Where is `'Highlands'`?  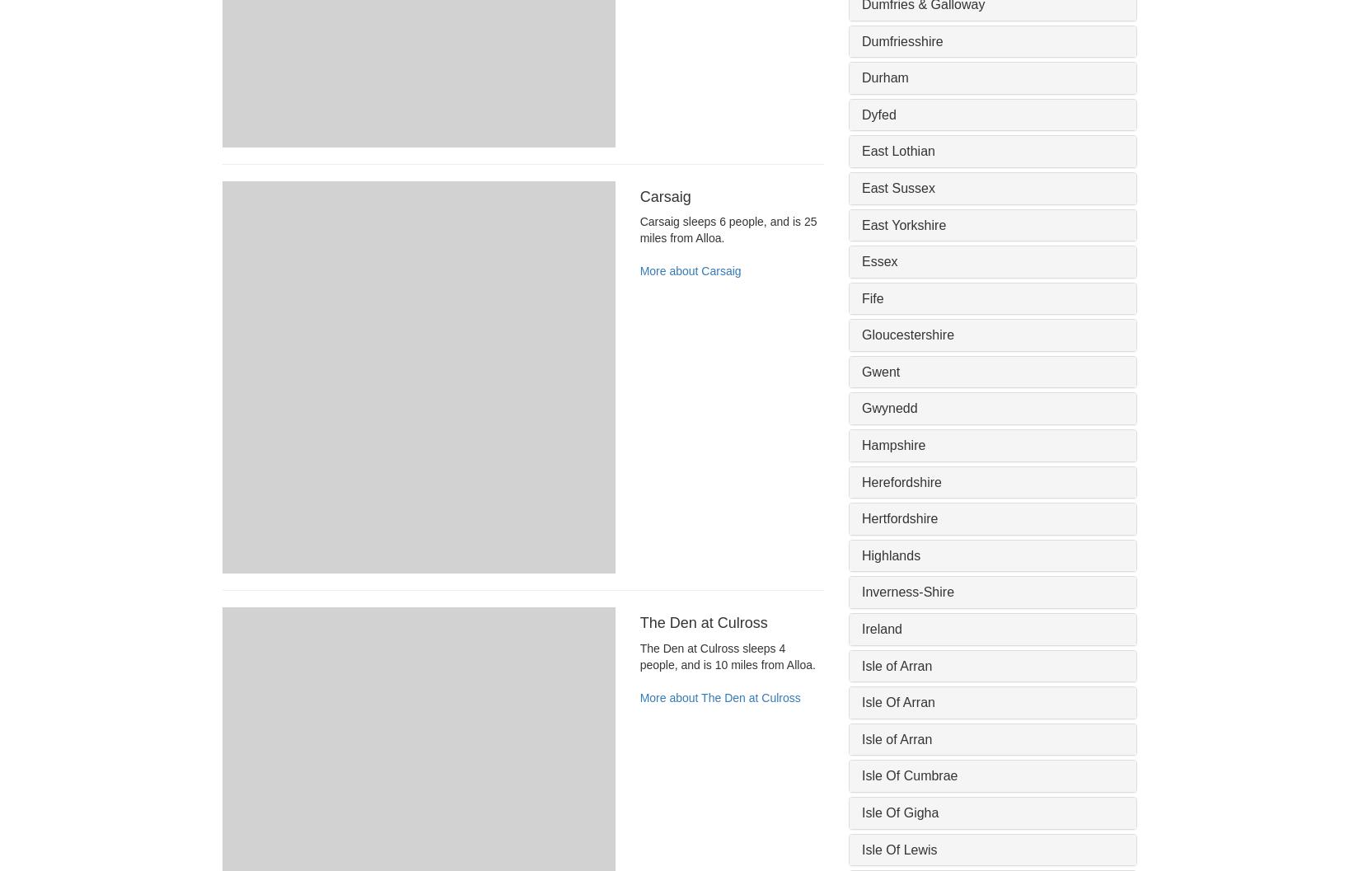
'Highlands' is located at coordinates (890, 555).